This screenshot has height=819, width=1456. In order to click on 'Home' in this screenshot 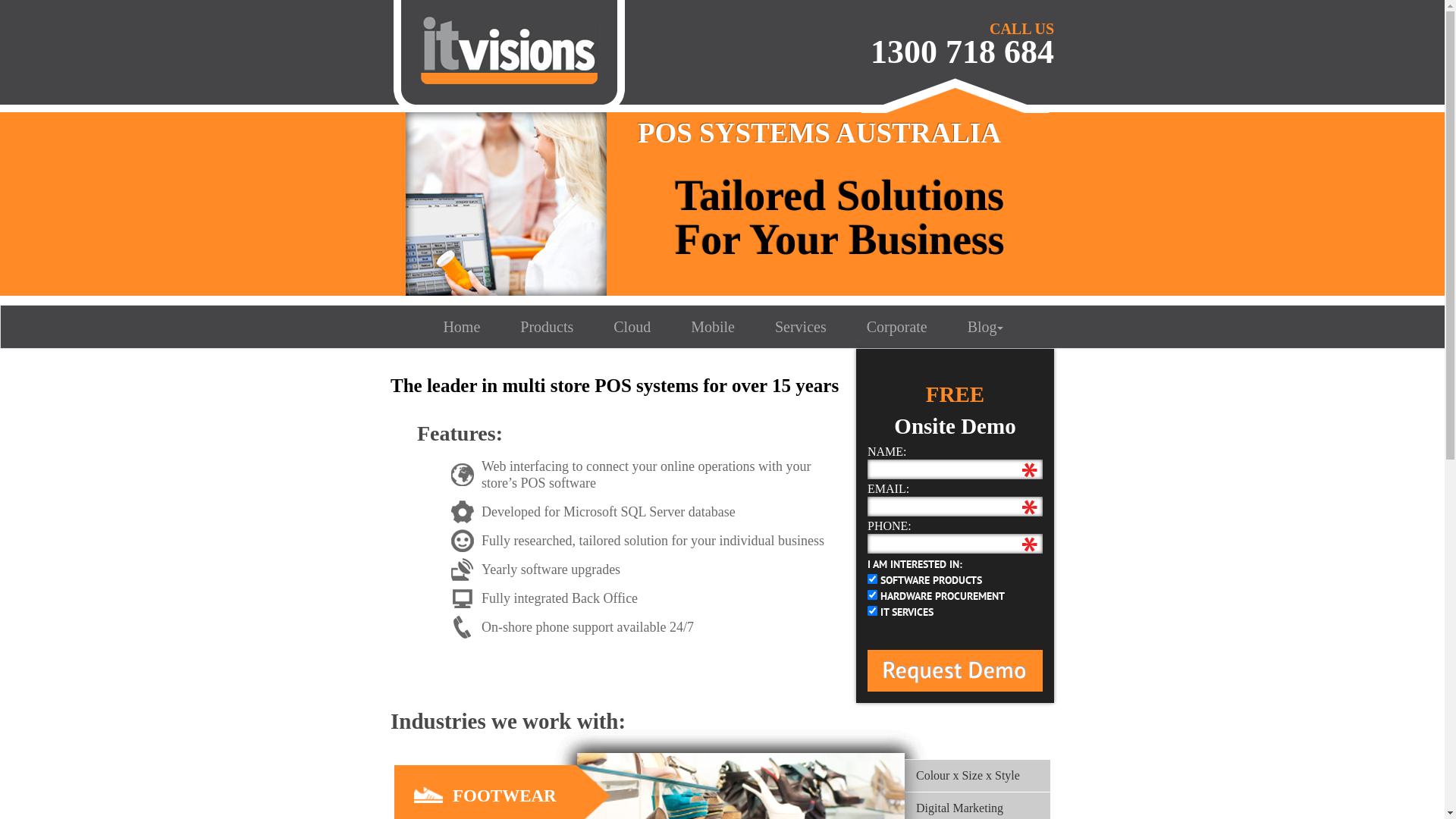, I will do `click(460, 326)`.